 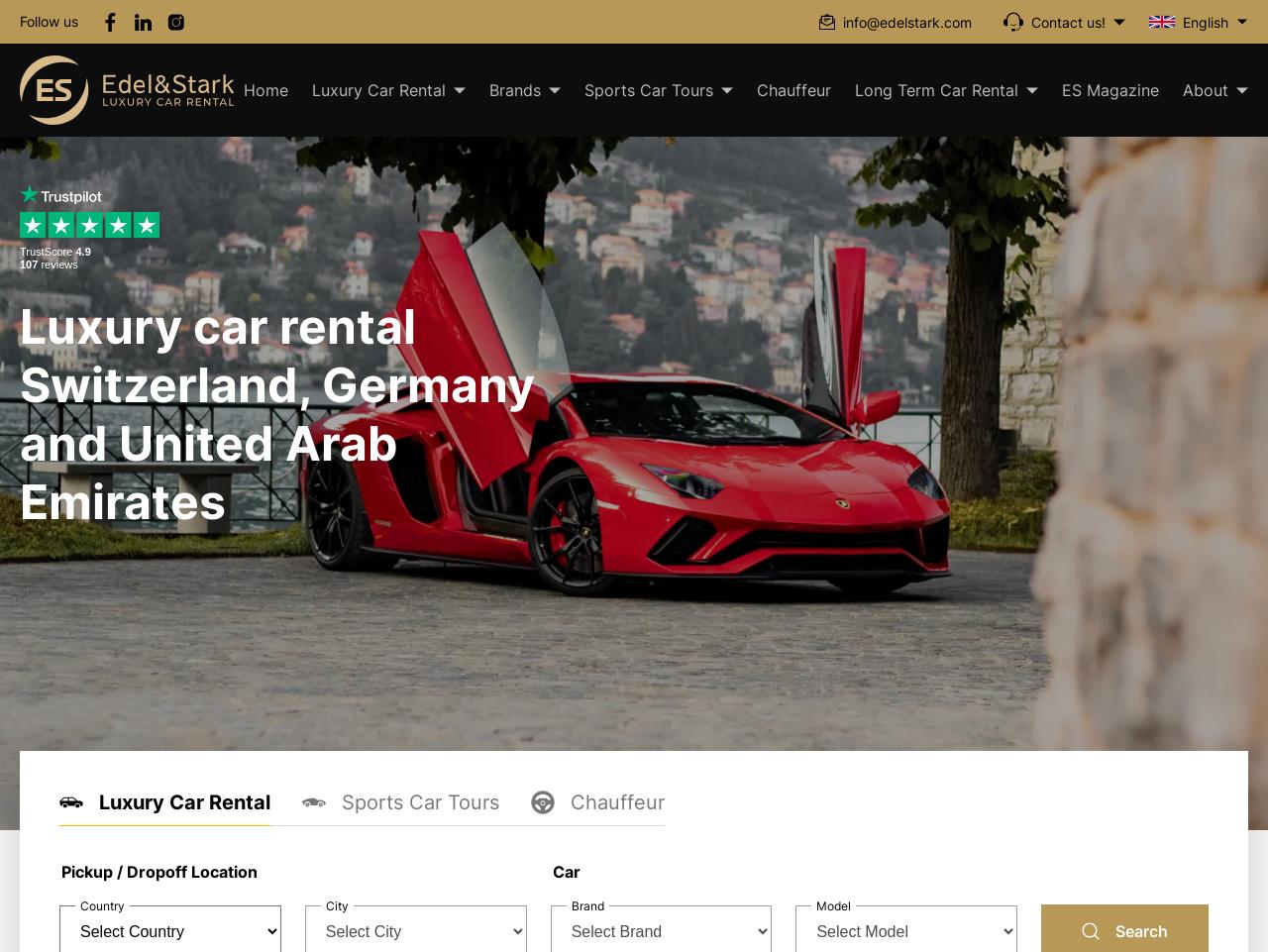 What do you see at coordinates (585, 905) in the screenshot?
I see `'Brand'` at bounding box center [585, 905].